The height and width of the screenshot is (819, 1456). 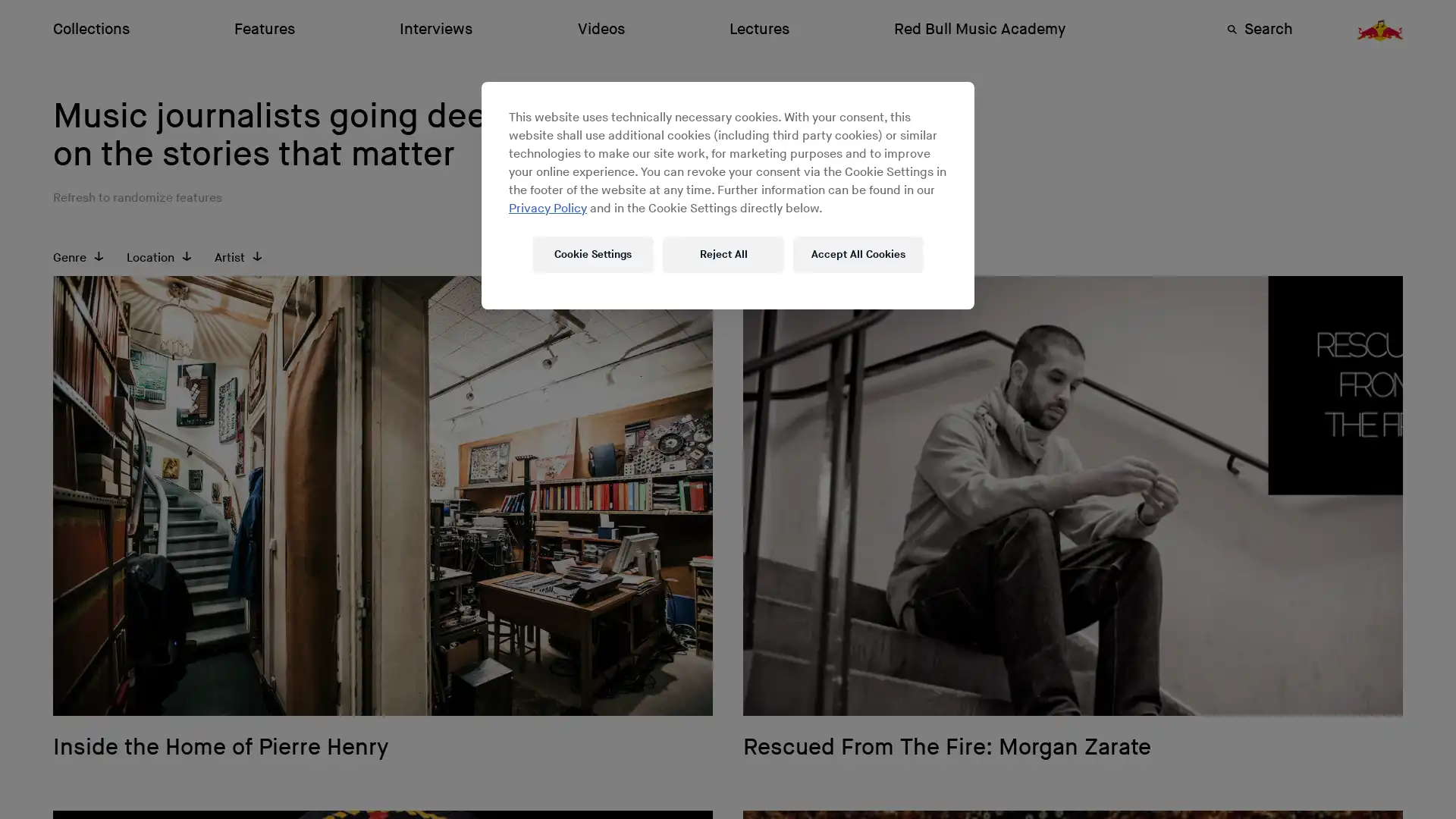 I want to click on Reject All, so click(x=723, y=253).